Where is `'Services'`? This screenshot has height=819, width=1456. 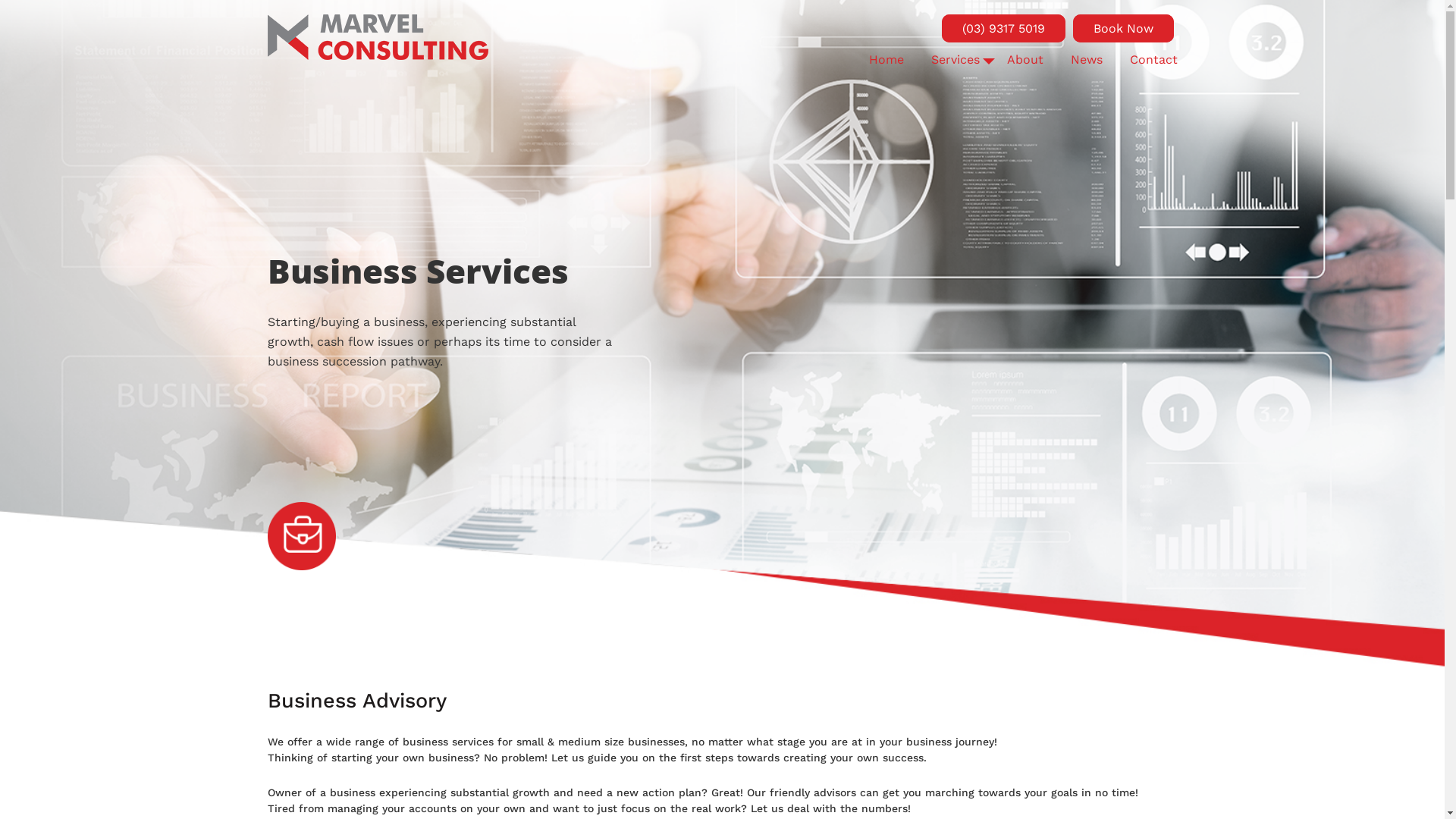 'Services' is located at coordinates (954, 58).